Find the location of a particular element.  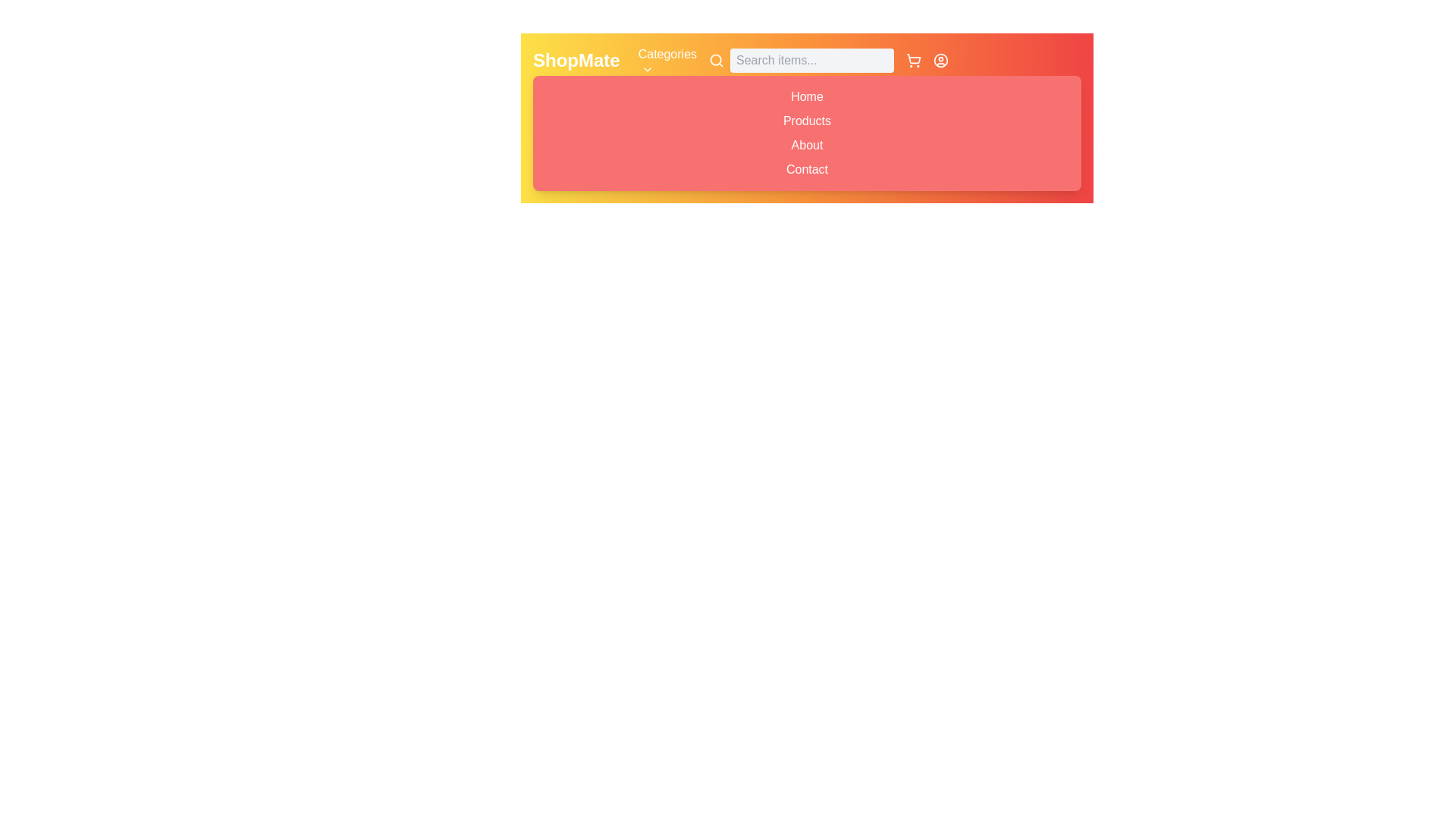

the brand or application title located on the top bar of the interface, positioned towards the left side, before the 'Categories' label and search bar is located at coordinates (576, 60).